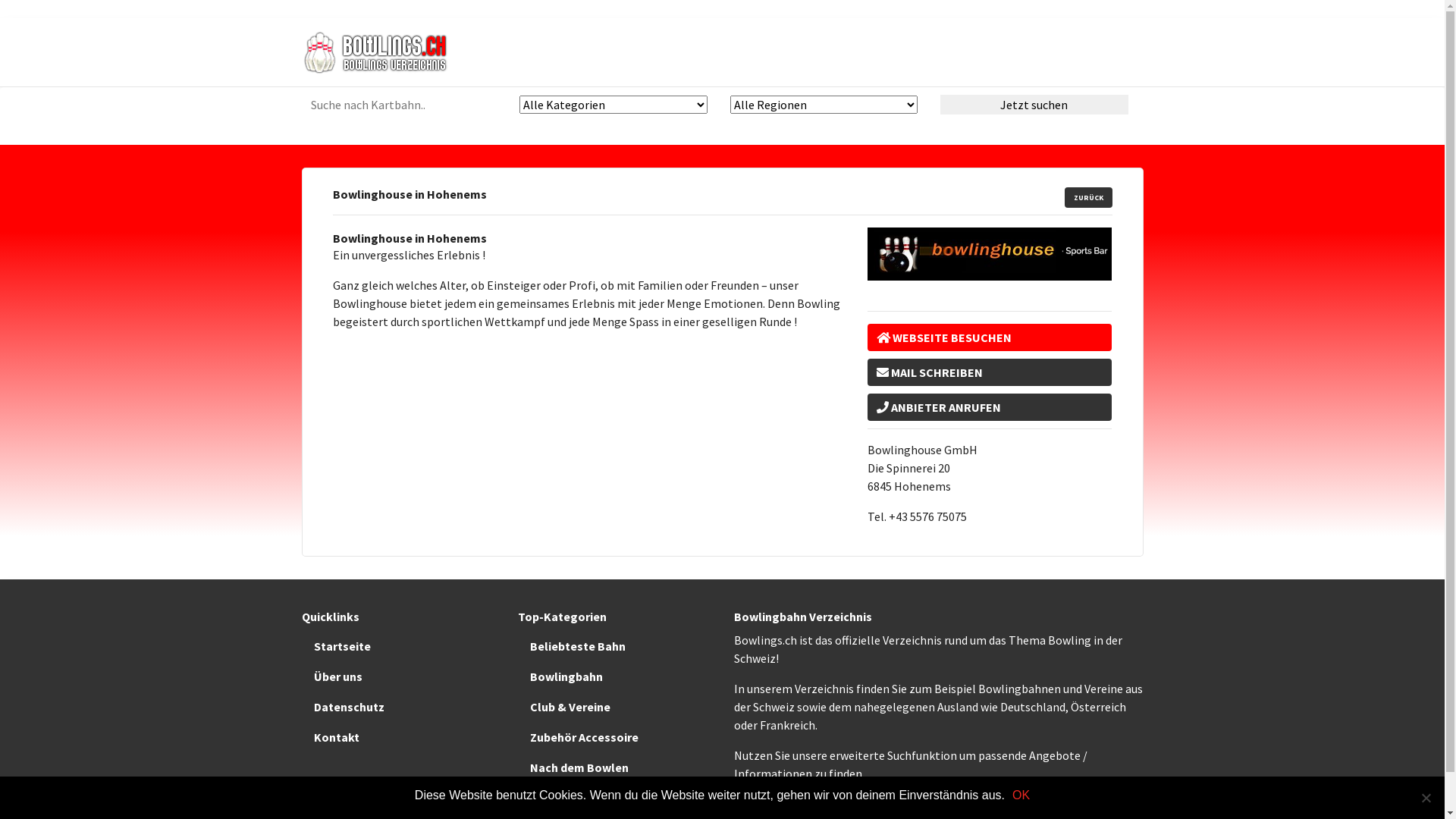 This screenshot has height=819, width=1456. What do you see at coordinates (990, 372) in the screenshot?
I see `'MAIL SCHREIBEN'` at bounding box center [990, 372].